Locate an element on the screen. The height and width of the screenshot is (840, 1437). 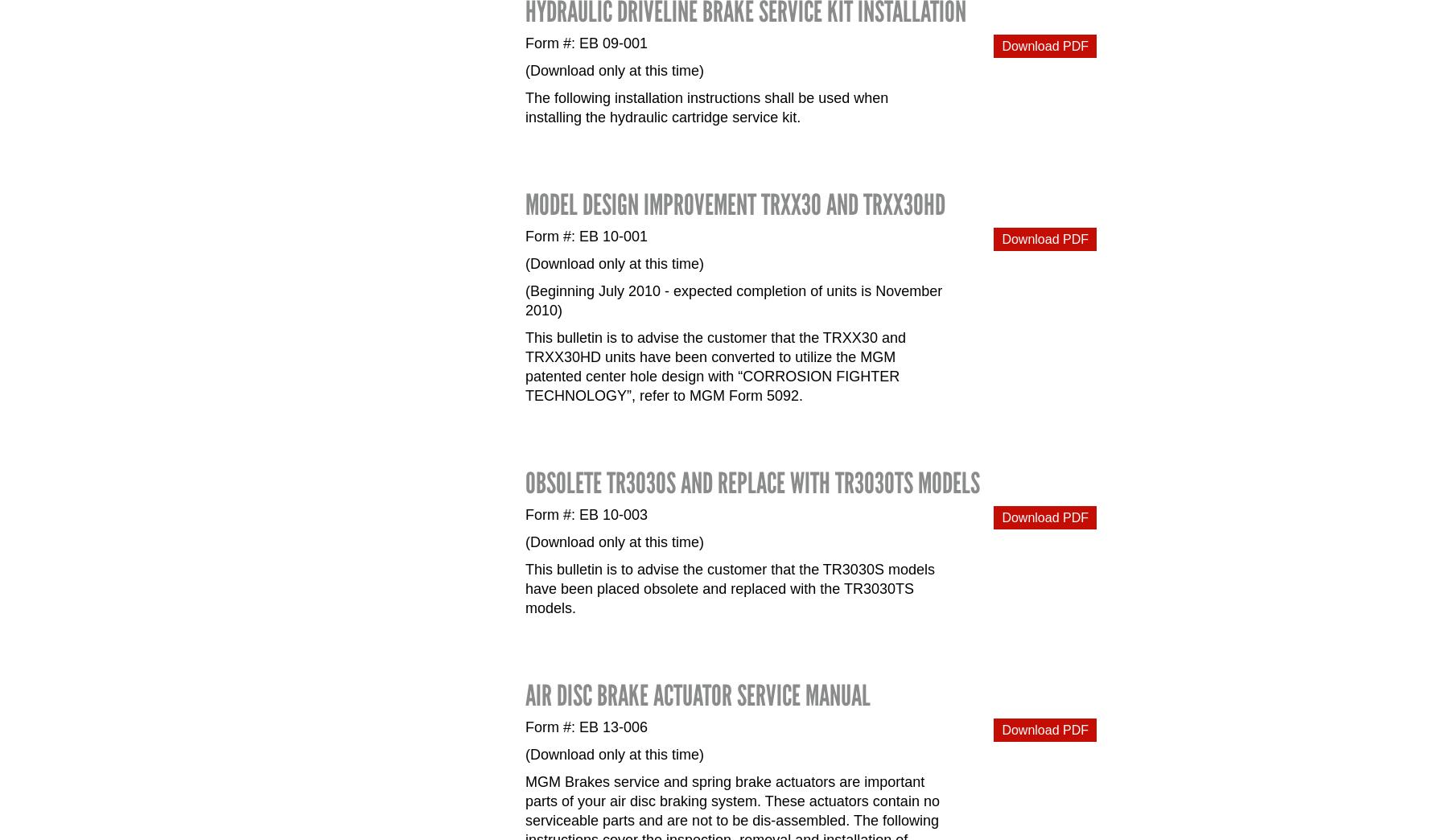
'Form #: EB 09-001' is located at coordinates (587, 42).